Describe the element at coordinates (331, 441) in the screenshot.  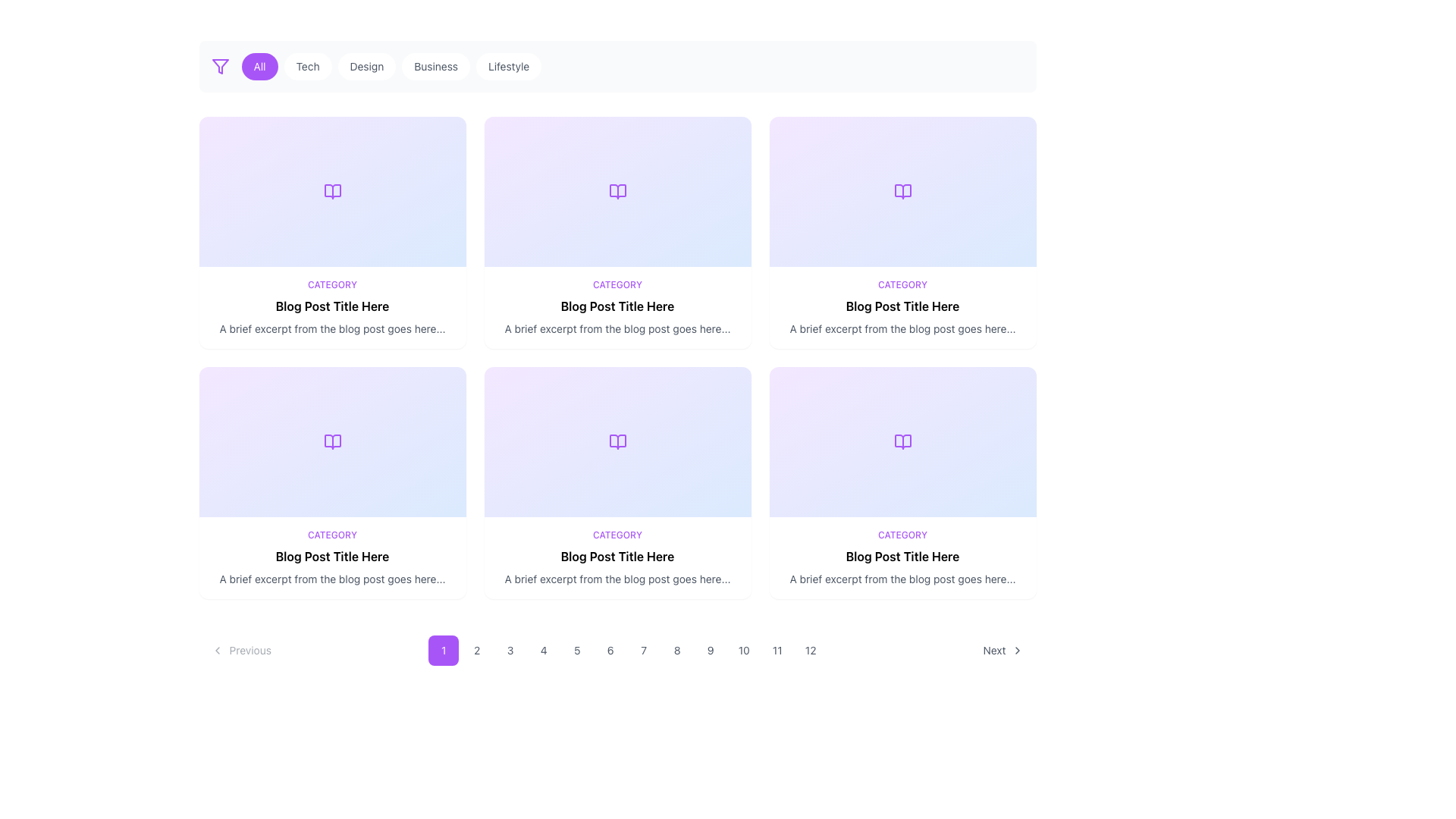
I see `the gradient style of the background visual with an open book icon, located in the upper section of the second card in the second row of a grid layout` at that location.